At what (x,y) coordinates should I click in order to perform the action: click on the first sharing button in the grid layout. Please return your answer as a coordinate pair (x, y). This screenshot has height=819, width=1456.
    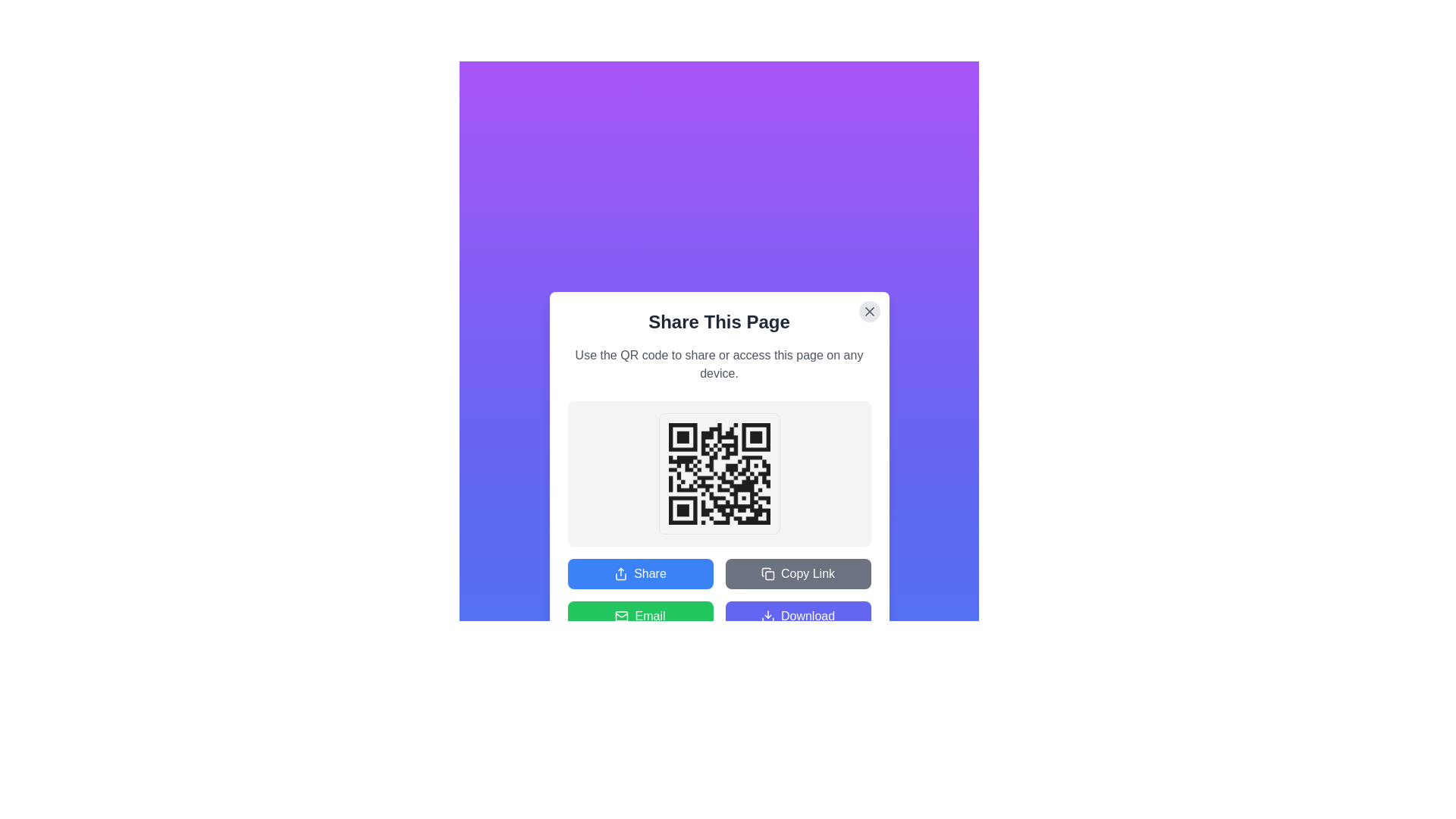
    Looking at the image, I should click on (640, 573).